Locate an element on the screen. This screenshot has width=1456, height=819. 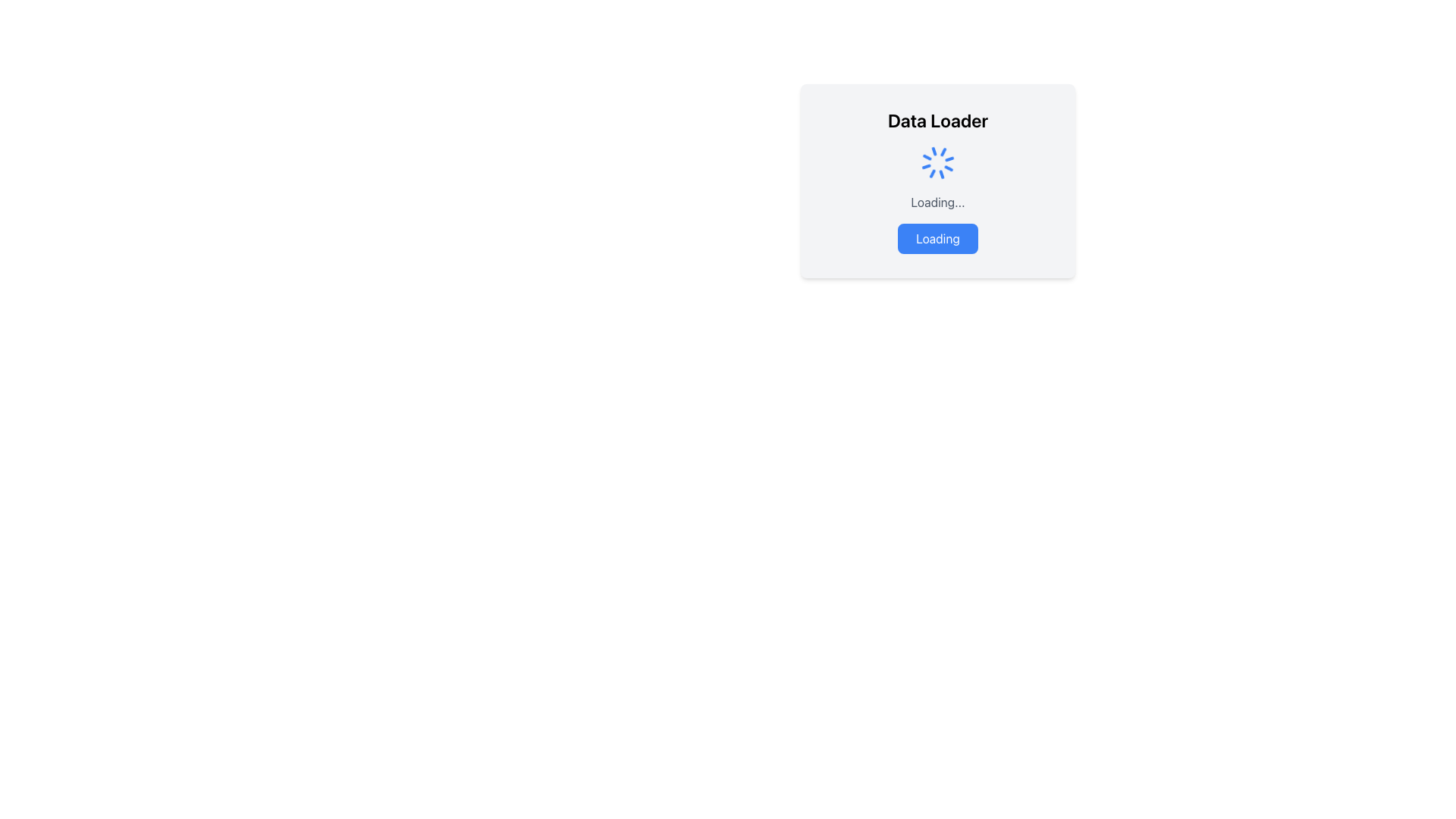
the blue spinning loader icon located near the top center of the panel, under the title 'Data Loader' is located at coordinates (937, 163).